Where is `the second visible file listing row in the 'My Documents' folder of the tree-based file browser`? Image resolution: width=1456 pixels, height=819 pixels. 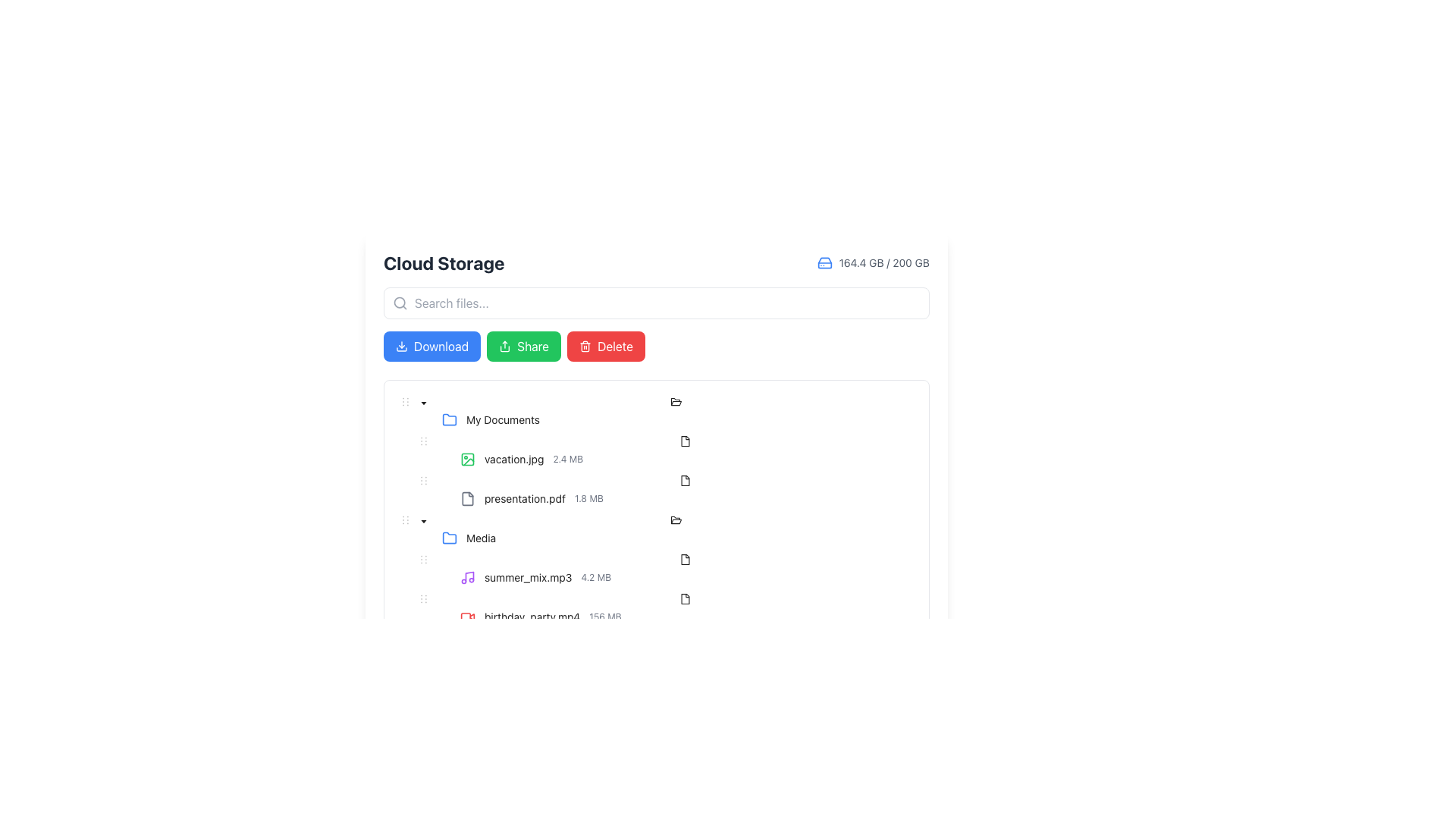
the second visible file listing row in the 'My Documents' folder of the tree-based file browser is located at coordinates (684, 499).